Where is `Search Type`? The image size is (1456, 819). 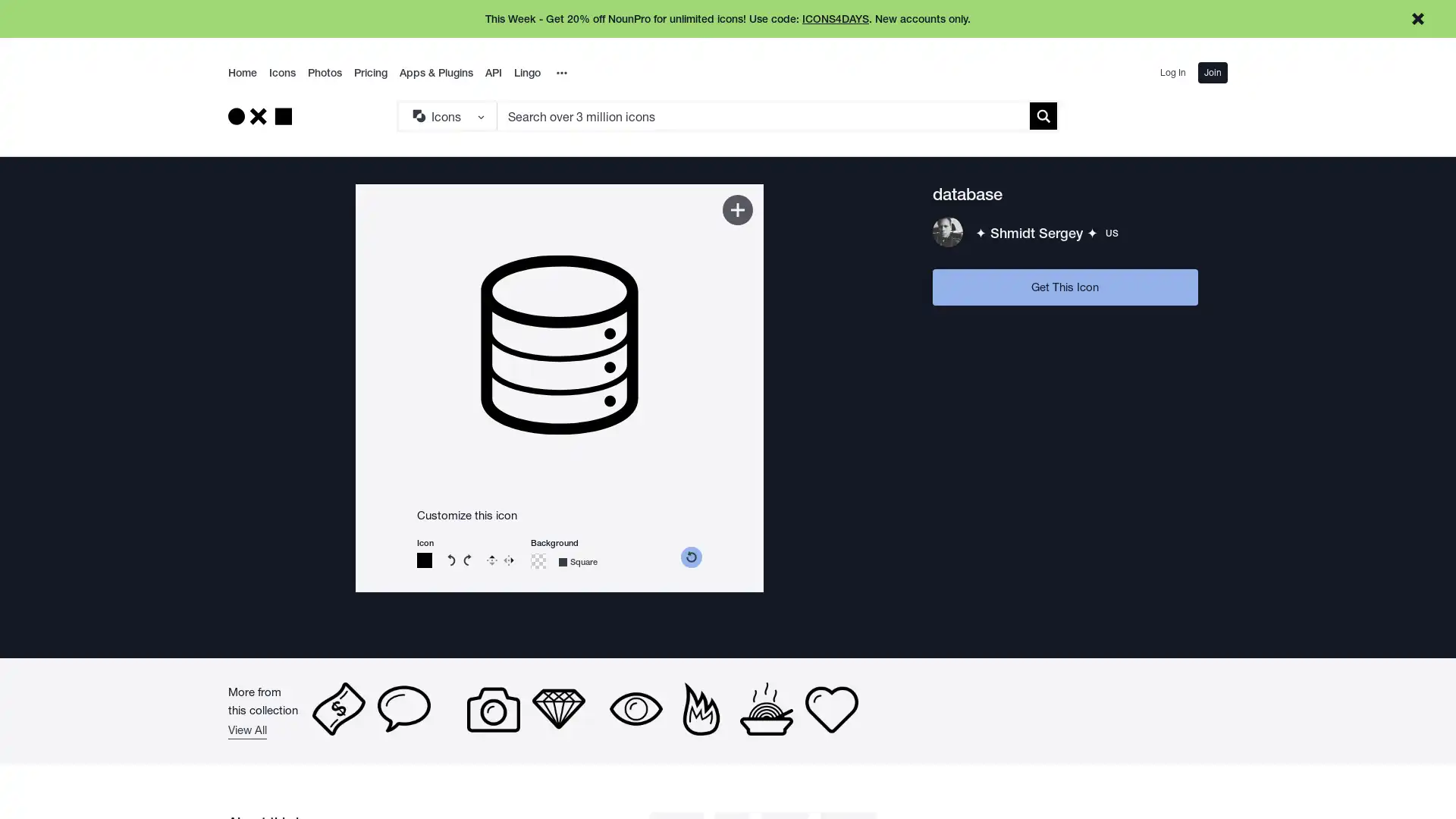
Search Type is located at coordinates (447, 115).